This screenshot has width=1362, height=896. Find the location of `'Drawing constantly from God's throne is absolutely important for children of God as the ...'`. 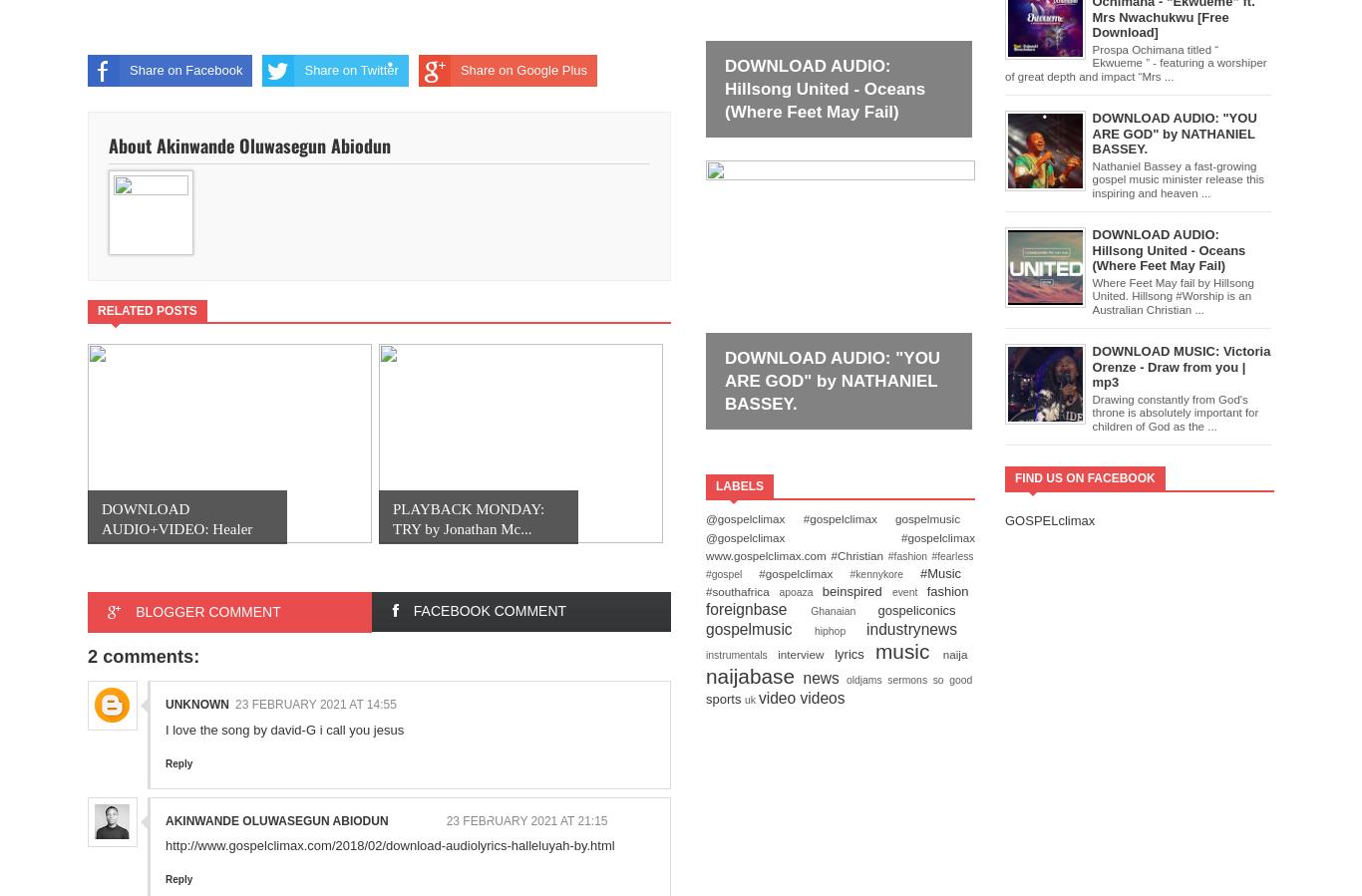

'Drawing constantly from God's throne is absolutely important for children of God as the ...' is located at coordinates (1175, 411).